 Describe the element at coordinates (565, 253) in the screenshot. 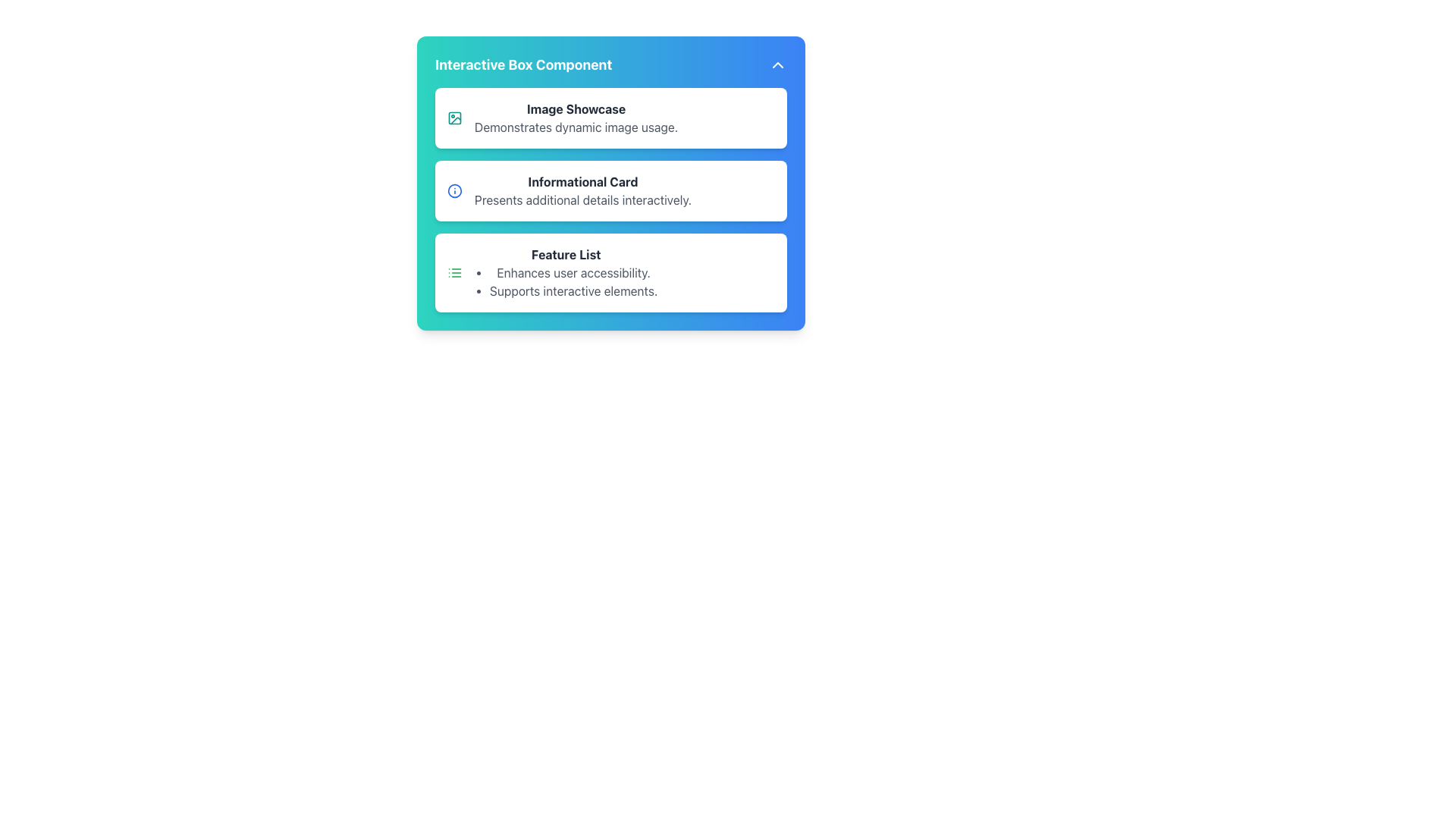

I see `the bold, dark gray text label 'Feature List' that is centrally aligned within the third box of the vertical layout` at that location.